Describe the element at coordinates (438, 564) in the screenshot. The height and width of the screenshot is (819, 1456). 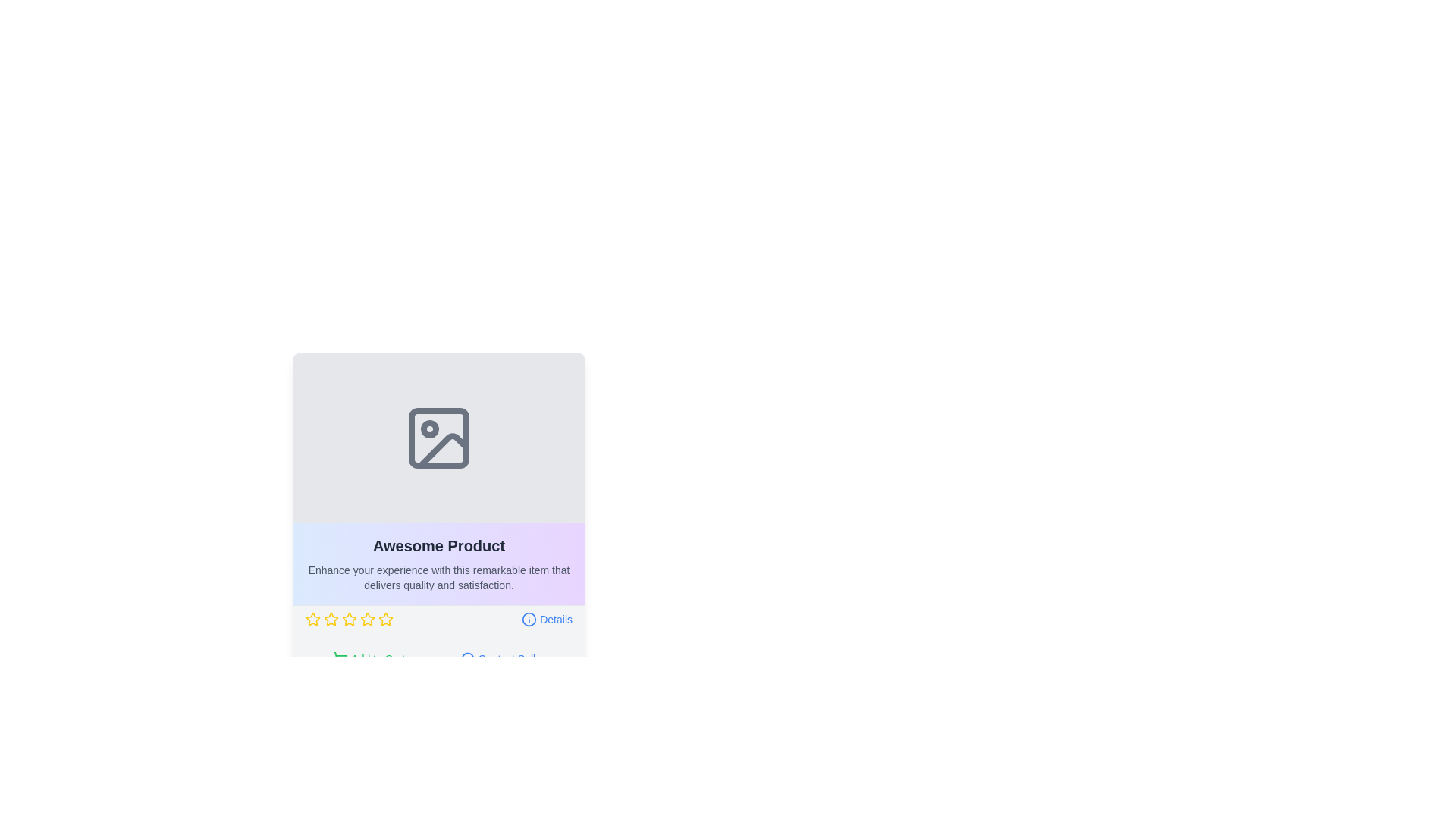
I see `Text Block containing 'Awesome Product' with descriptive information located below the placeholder image, centered above the 'Details' link and star ratings` at that location.